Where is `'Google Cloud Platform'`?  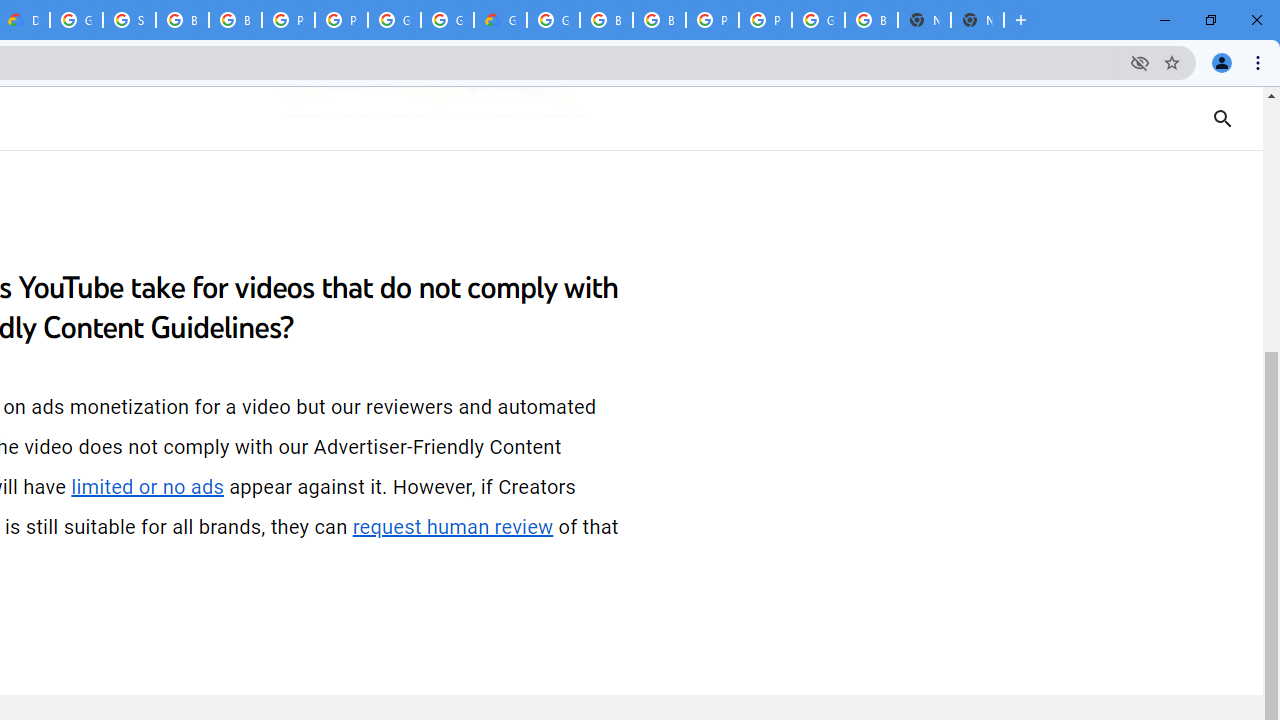
'Google Cloud Platform' is located at coordinates (553, 20).